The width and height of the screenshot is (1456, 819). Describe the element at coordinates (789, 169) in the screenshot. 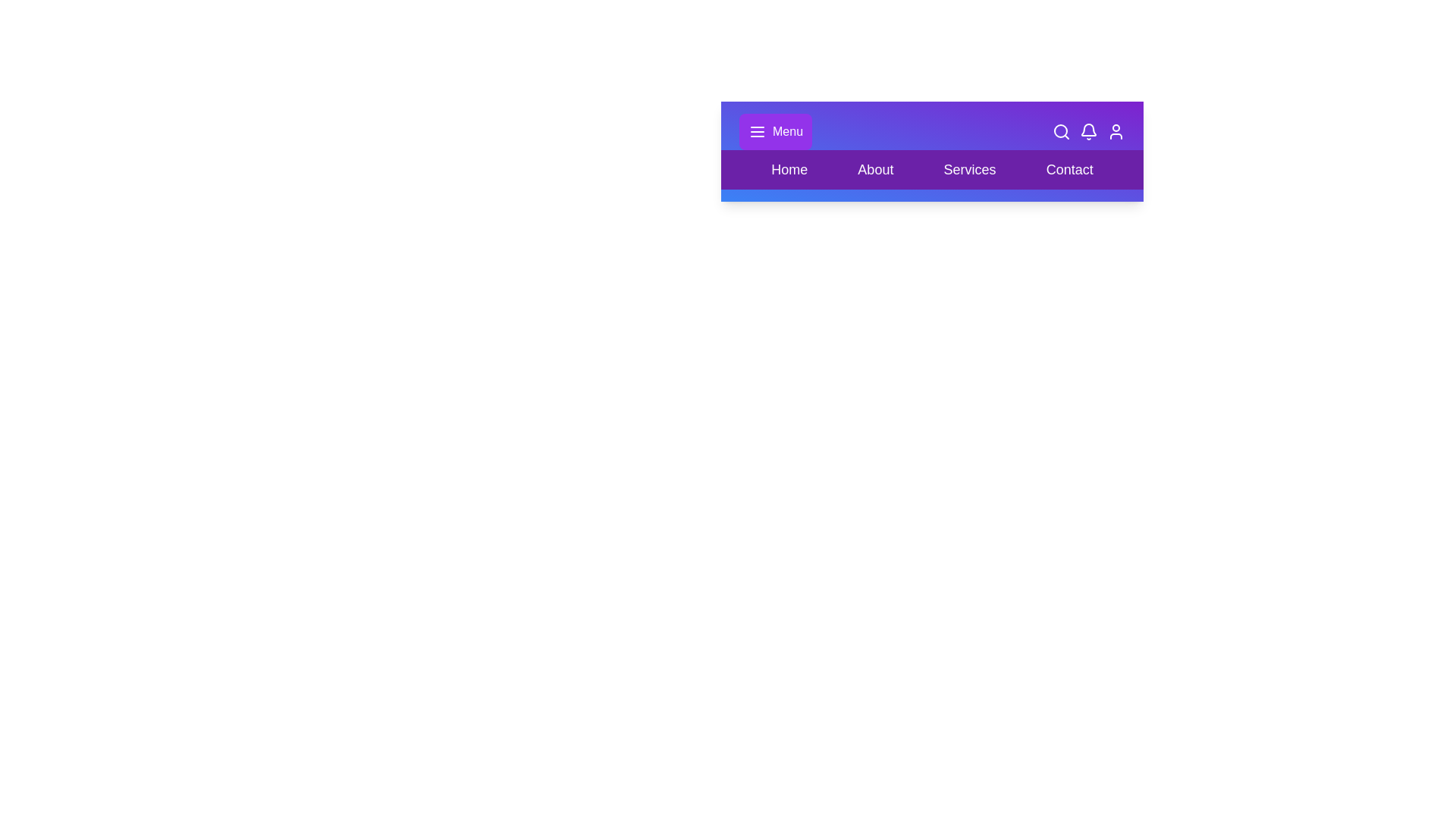

I see `the navigation option Home` at that location.